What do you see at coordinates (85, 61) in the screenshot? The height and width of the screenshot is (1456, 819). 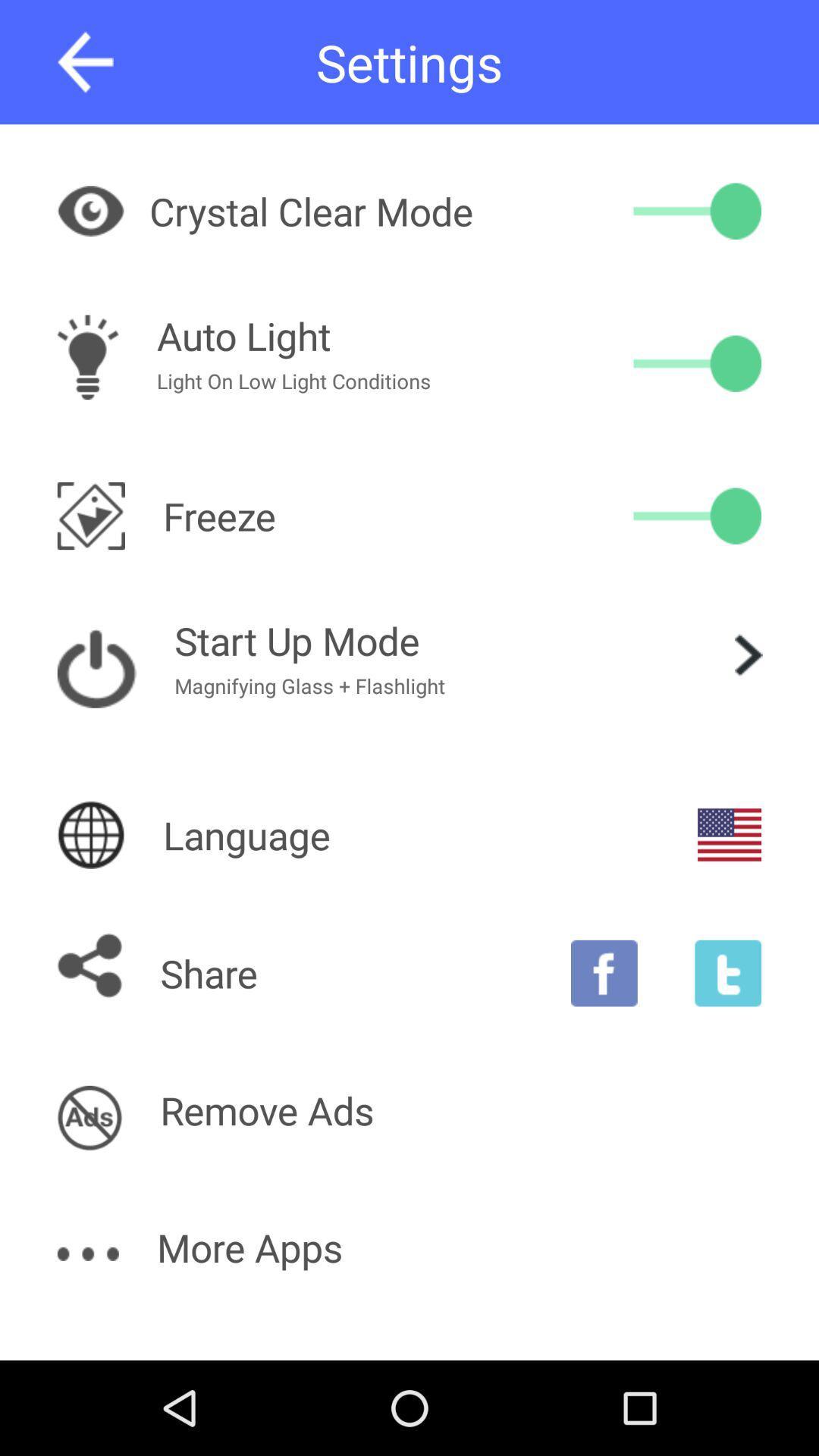 I see `item to the left of settings item` at bounding box center [85, 61].